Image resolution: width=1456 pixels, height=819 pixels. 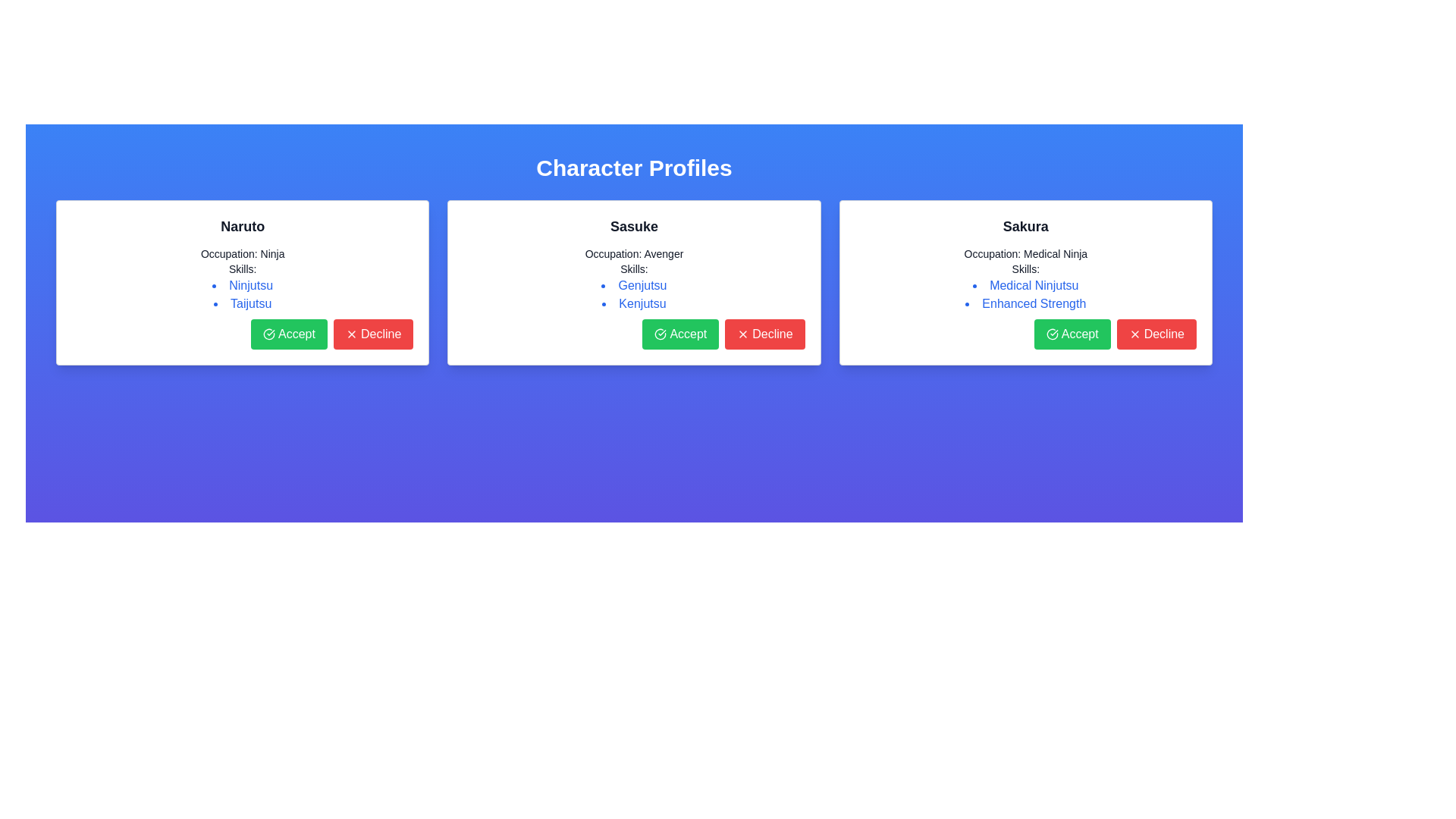 I want to click on the circular icon with a checkmark at its center, which is styled with a green background and a white border, located inside the 'Accept' button on the 'Sakura' card, so click(x=1051, y=333).